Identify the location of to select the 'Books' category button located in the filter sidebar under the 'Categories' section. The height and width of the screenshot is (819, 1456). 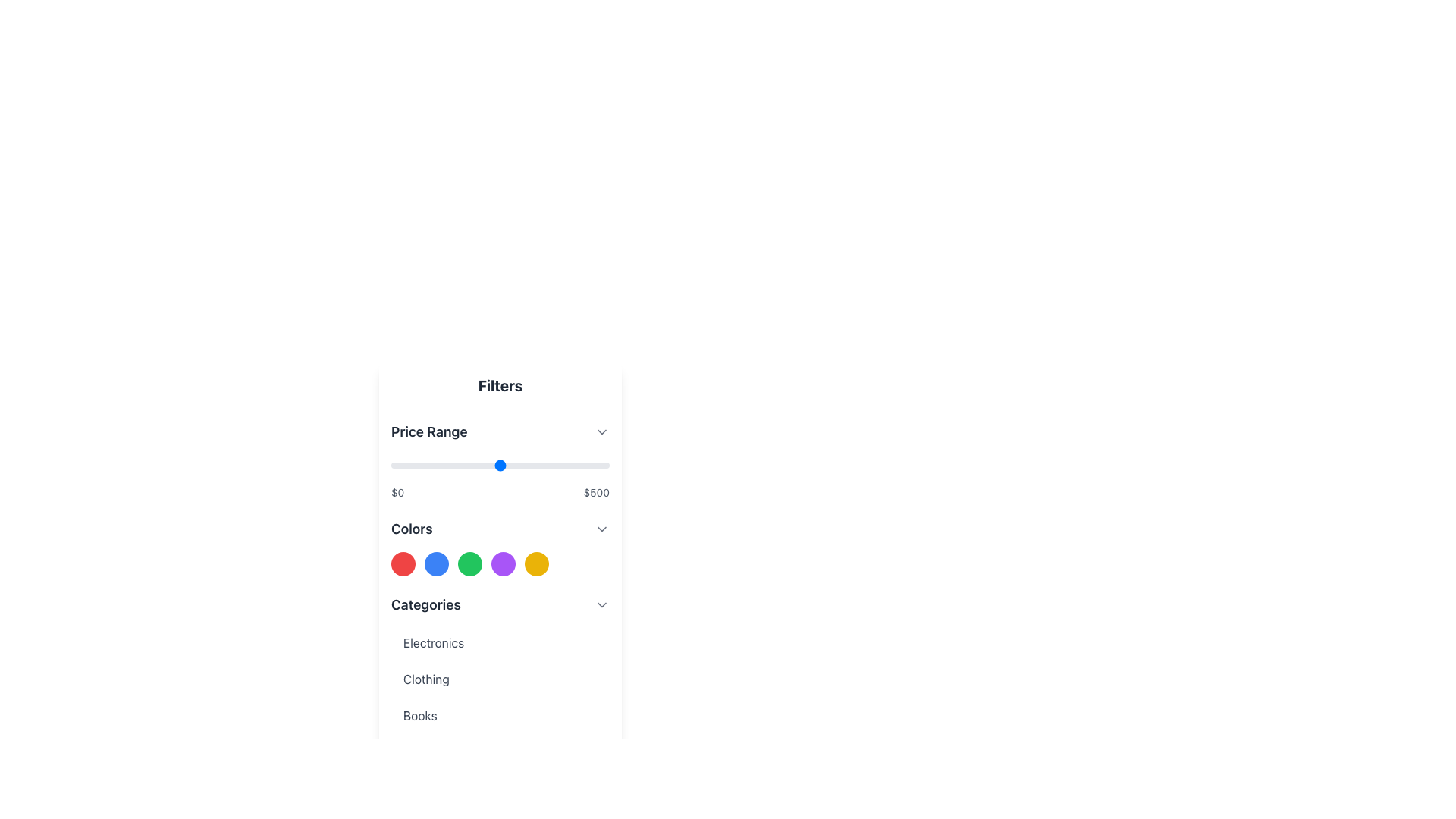
(500, 716).